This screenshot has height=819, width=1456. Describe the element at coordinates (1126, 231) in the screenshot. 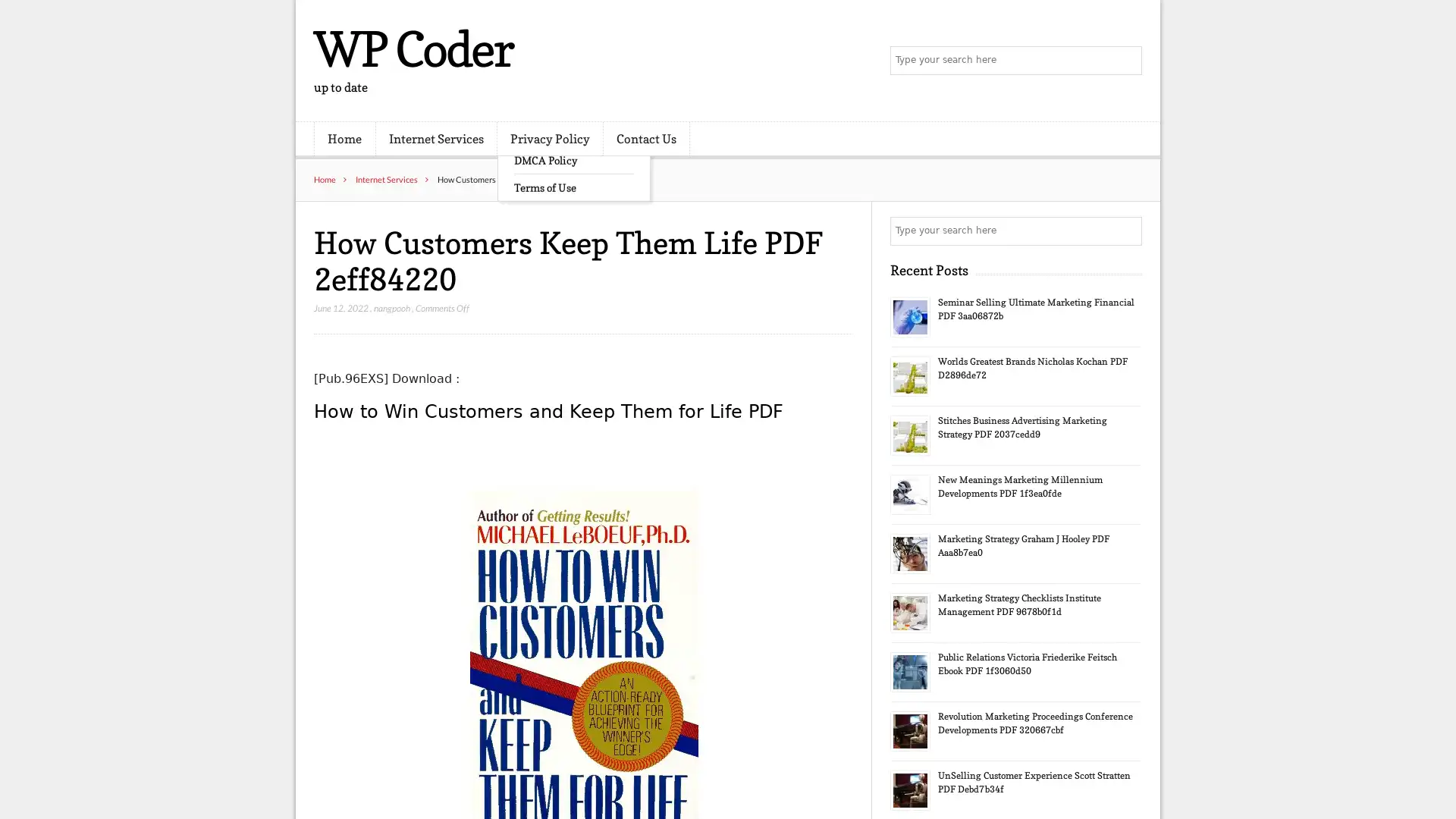

I see `Search` at that location.